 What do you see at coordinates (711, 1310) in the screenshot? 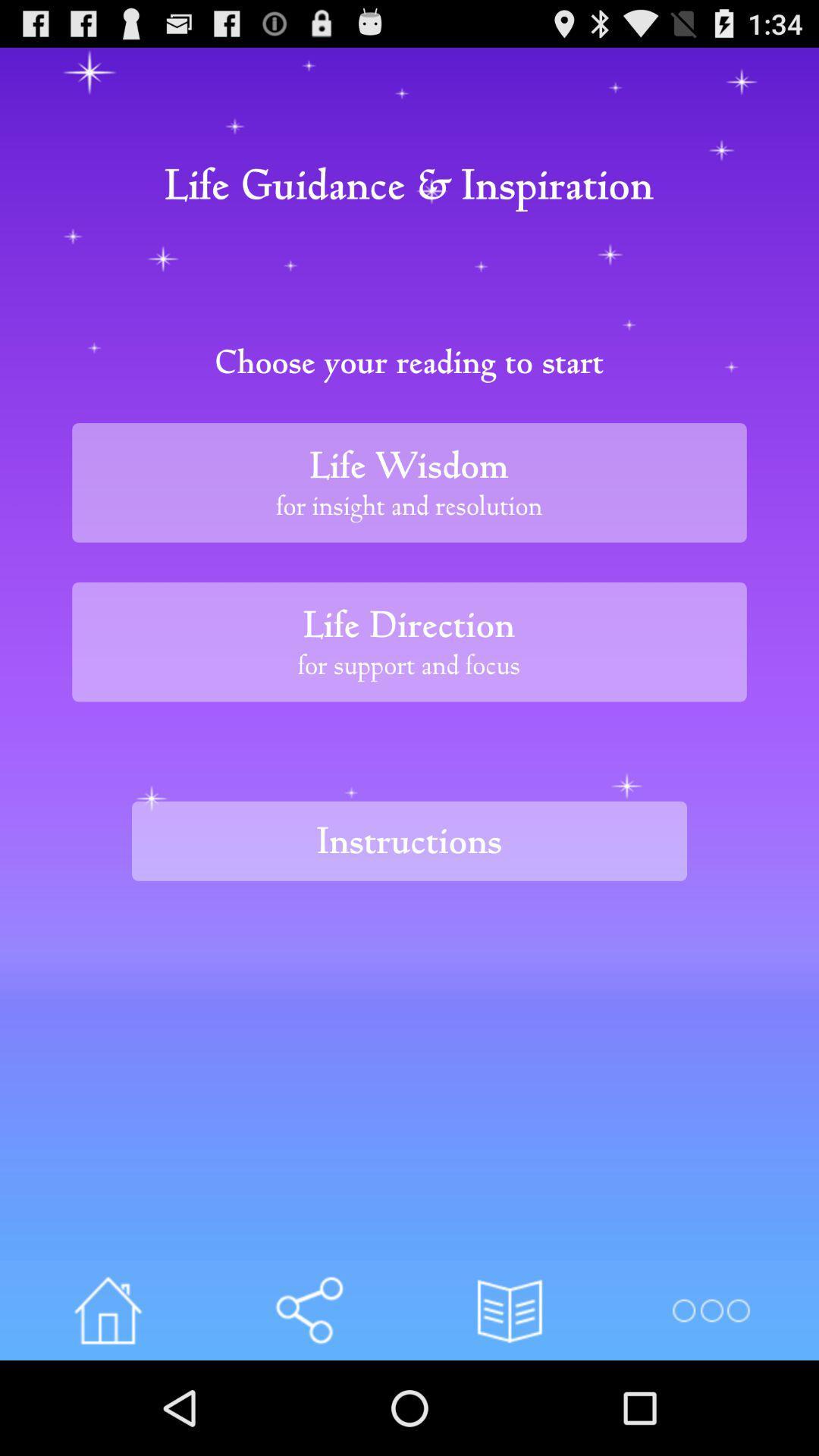
I see `the icon at the bottom right corner` at bounding box center [711, 1310].